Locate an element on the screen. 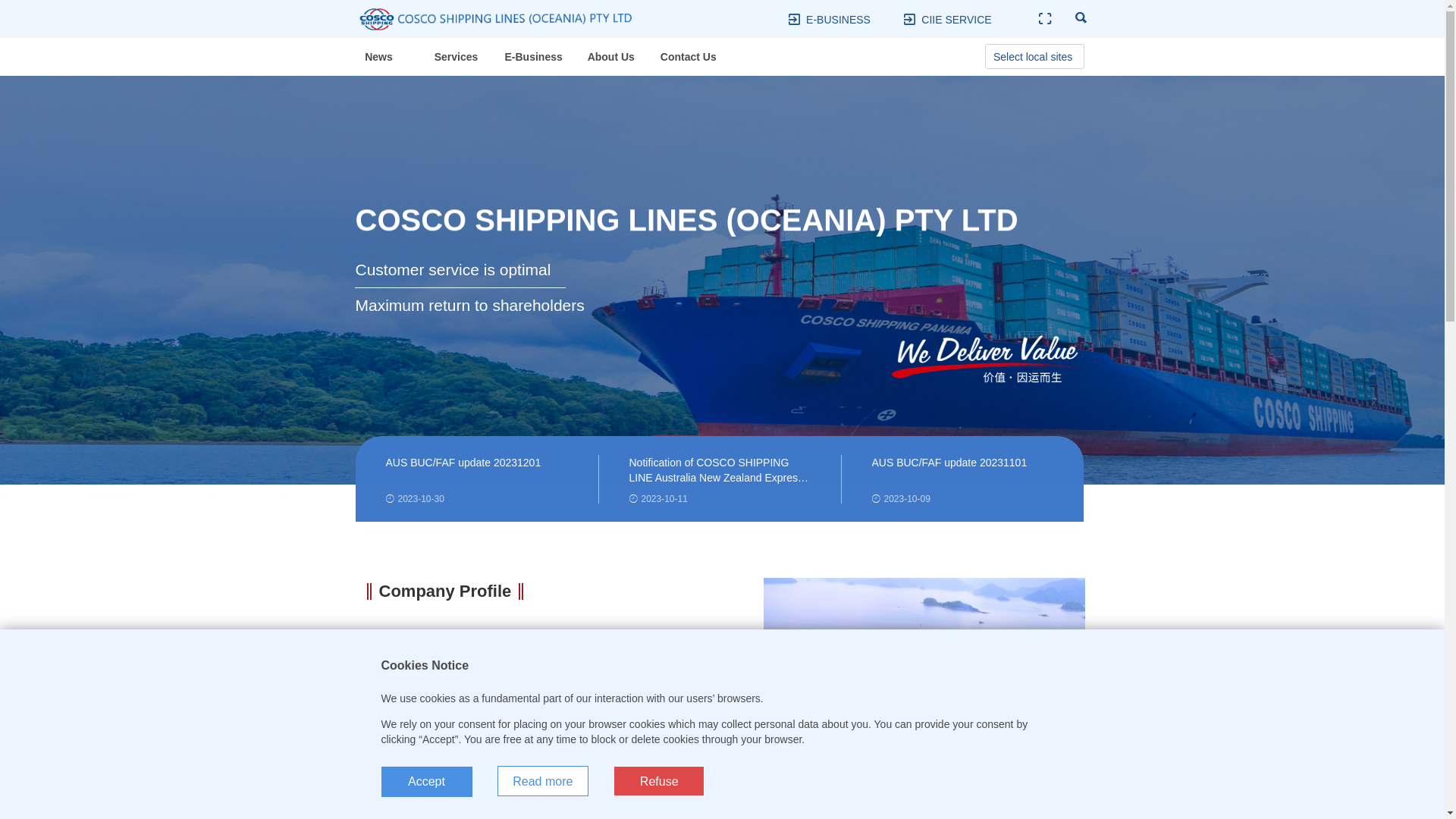 This screenshot has width=1456, height=819. 'CIIE SERVICE' is located at coordinates (955, 20).